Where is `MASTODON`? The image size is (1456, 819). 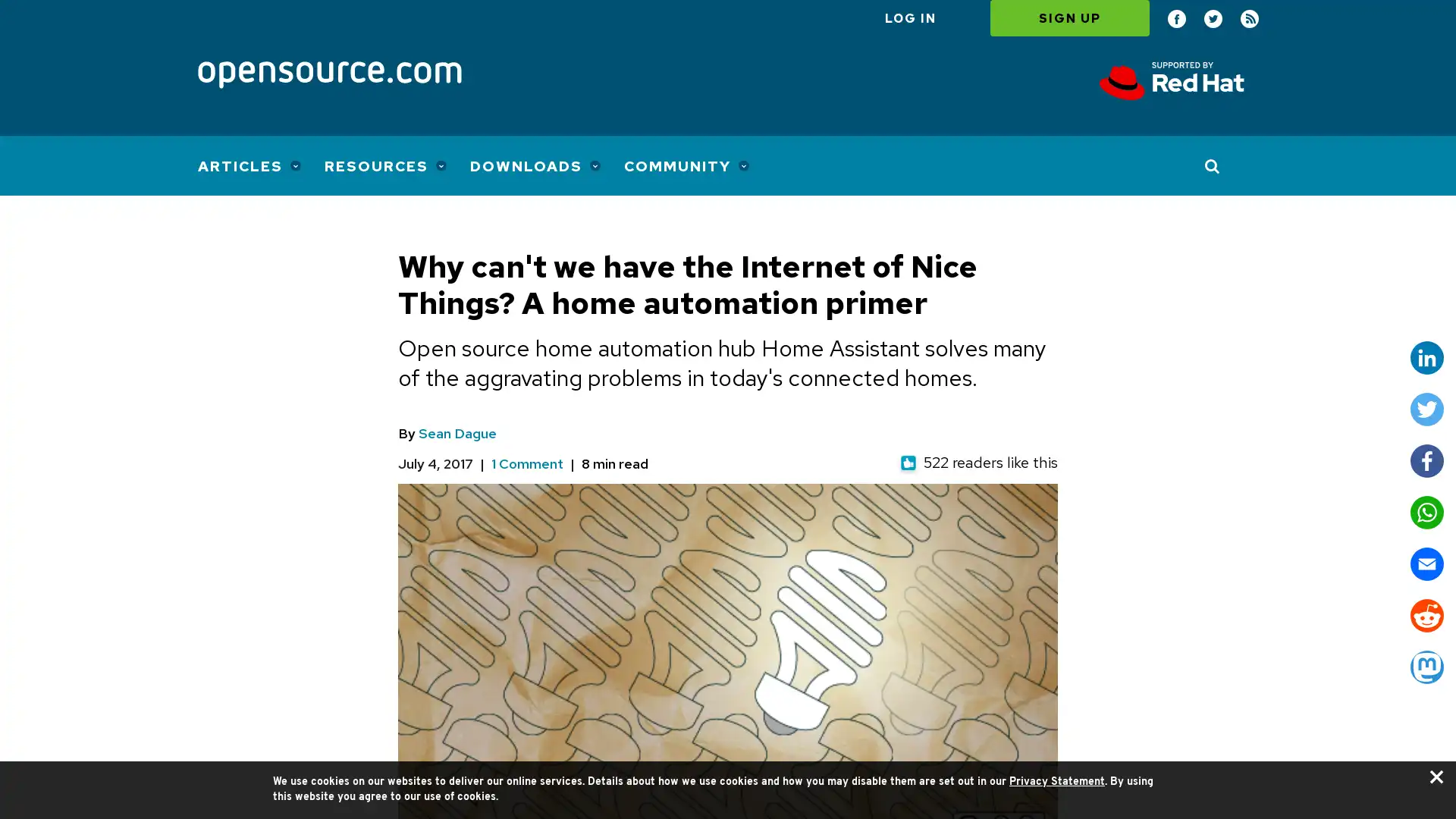
MASTODON is located at coordinates (1426, 666).